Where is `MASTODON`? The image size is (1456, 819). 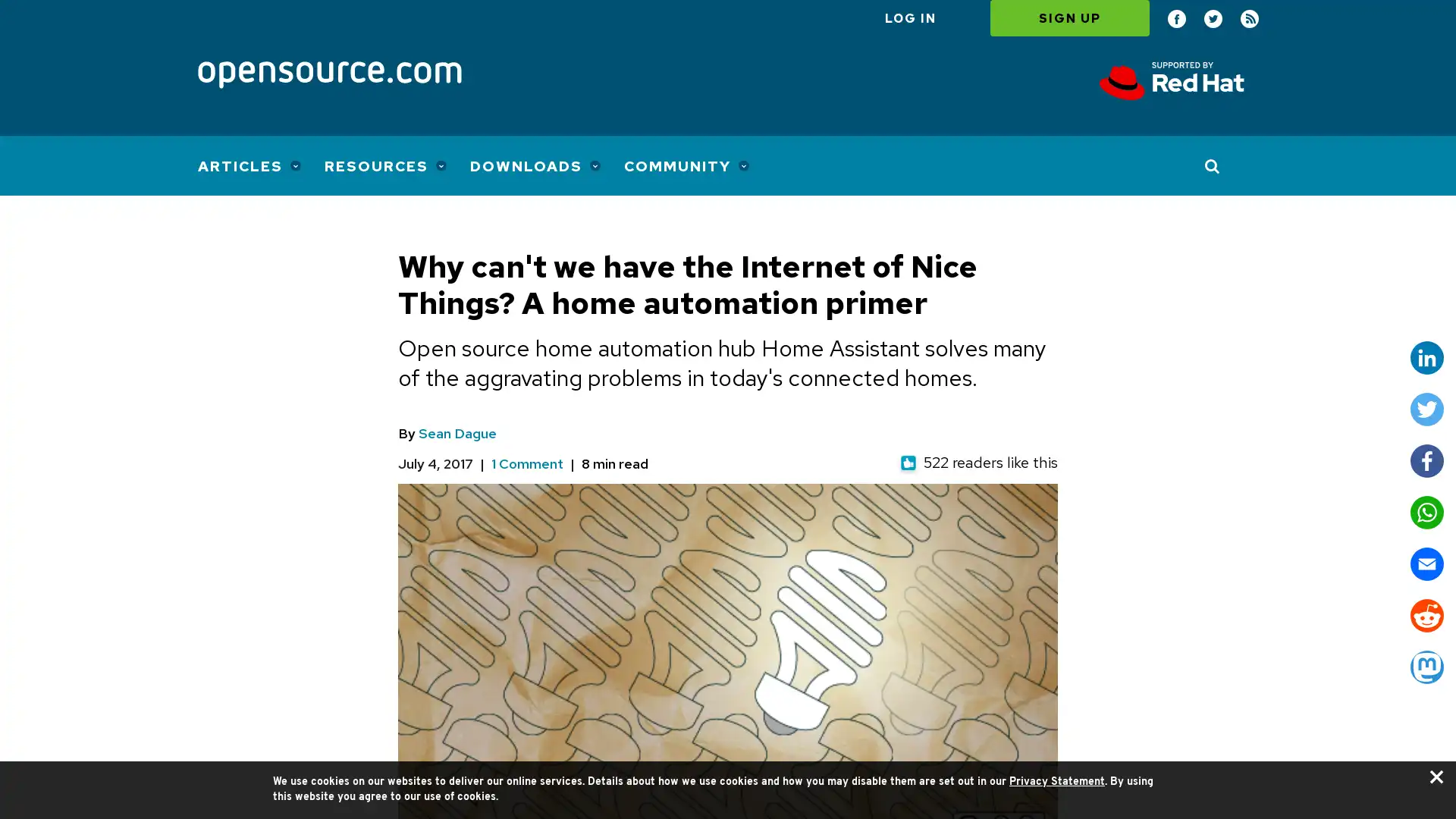
MASTODON is located at coordinates (1426, 666).